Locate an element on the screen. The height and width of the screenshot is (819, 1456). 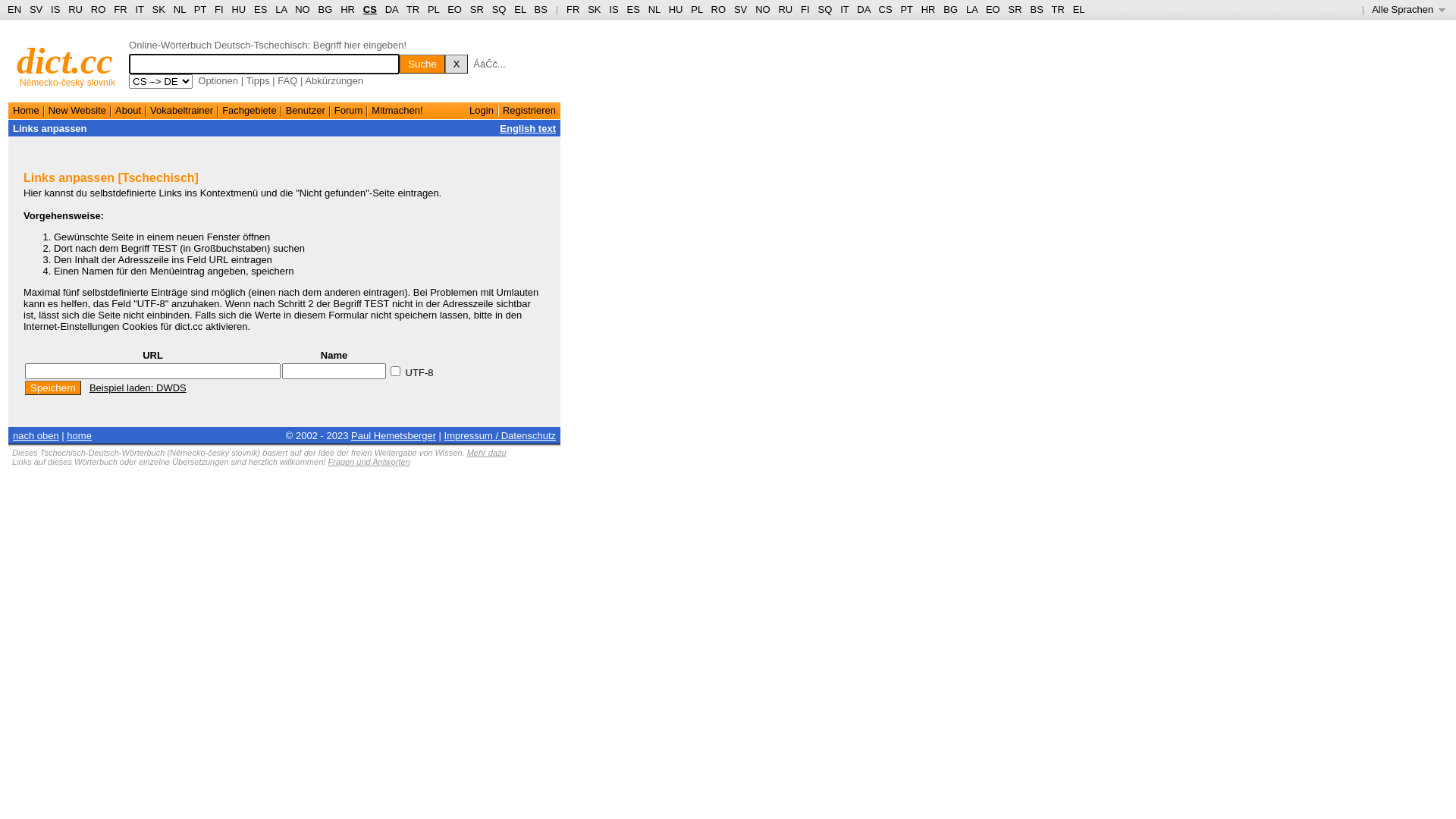
'SK' is located at coordinates (593, 9).